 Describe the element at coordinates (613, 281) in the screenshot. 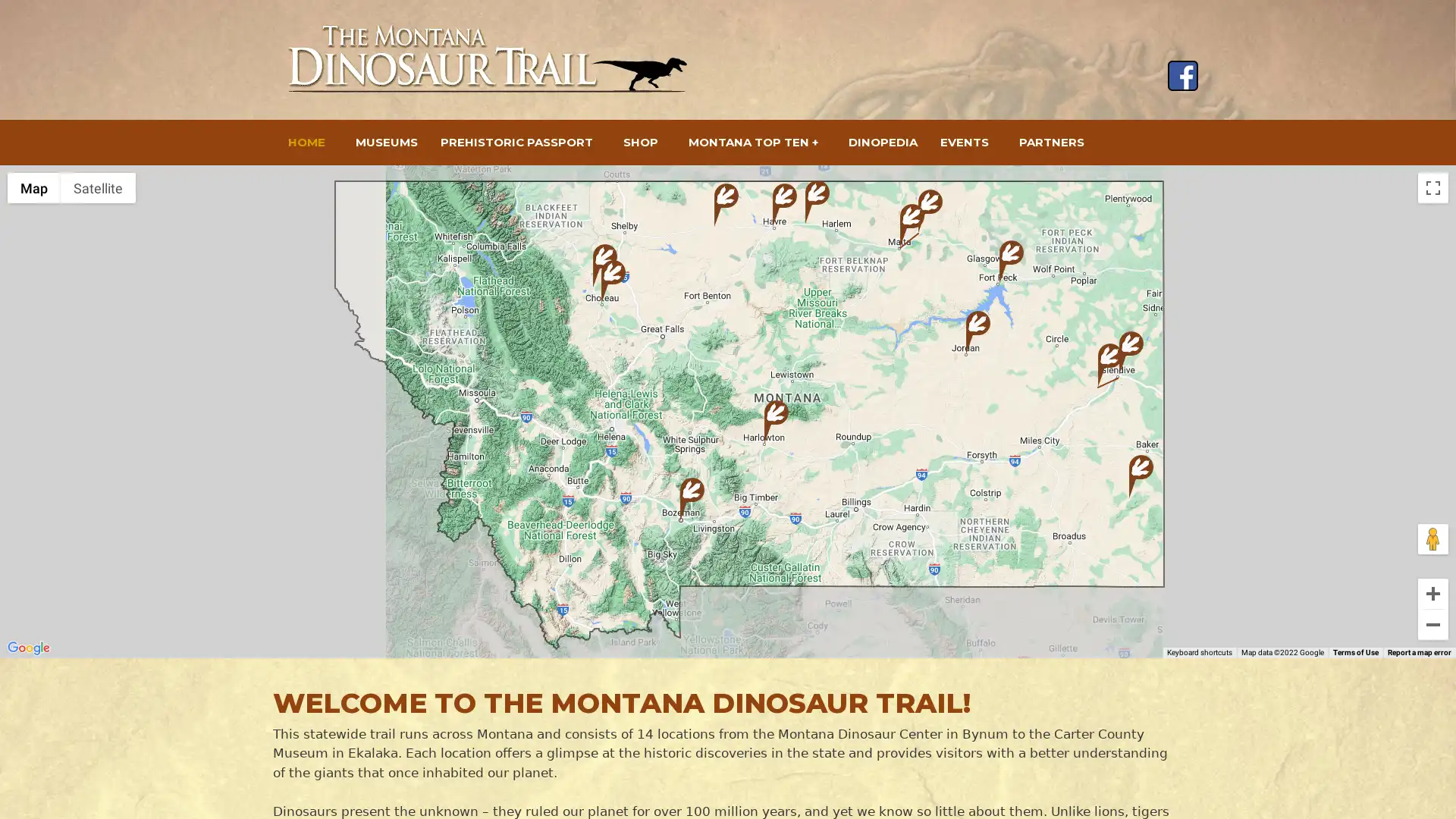

I see `Old Trail Museum` at that location.